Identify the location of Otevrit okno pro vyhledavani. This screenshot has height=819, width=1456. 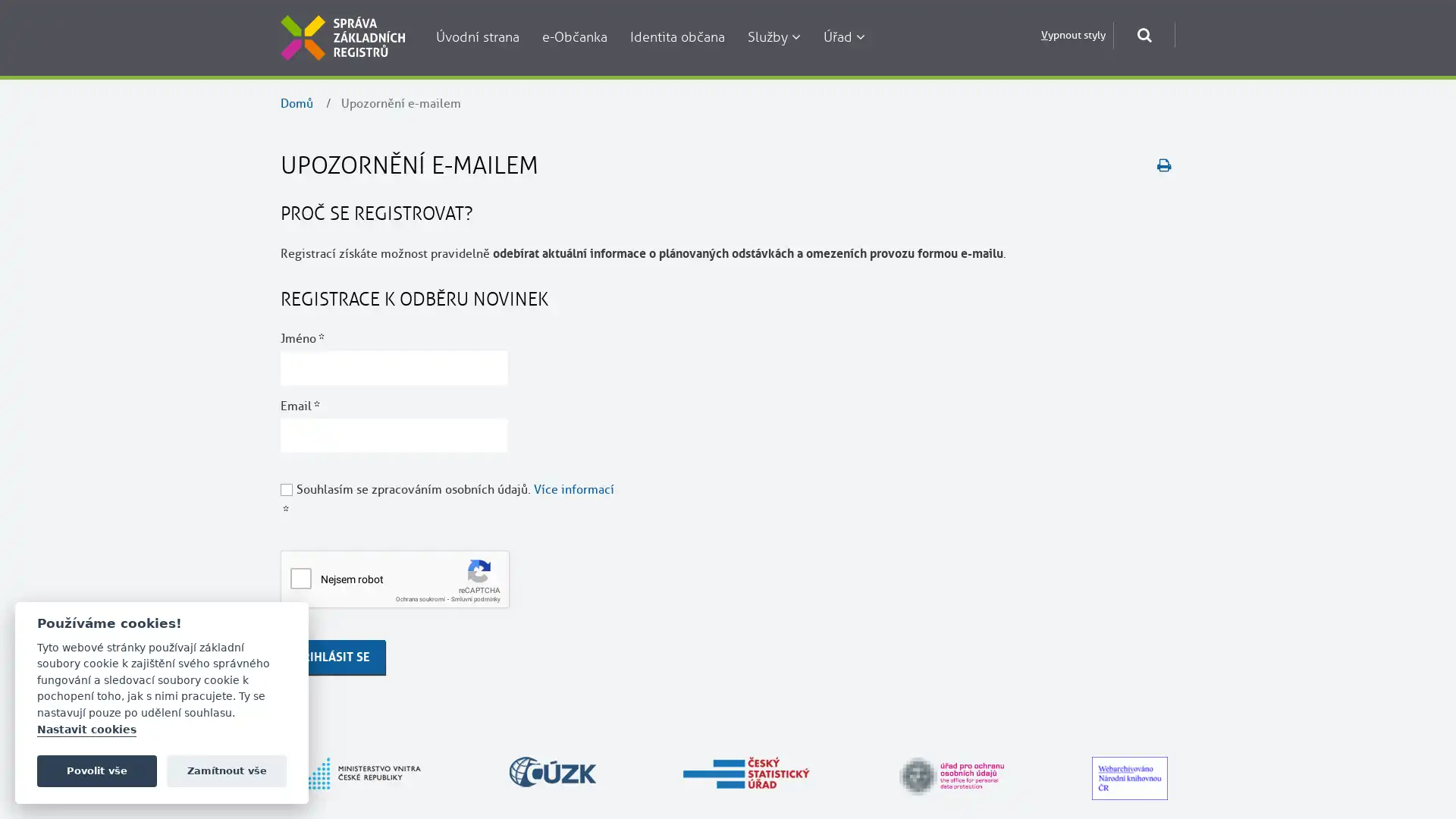
(1144, 34).